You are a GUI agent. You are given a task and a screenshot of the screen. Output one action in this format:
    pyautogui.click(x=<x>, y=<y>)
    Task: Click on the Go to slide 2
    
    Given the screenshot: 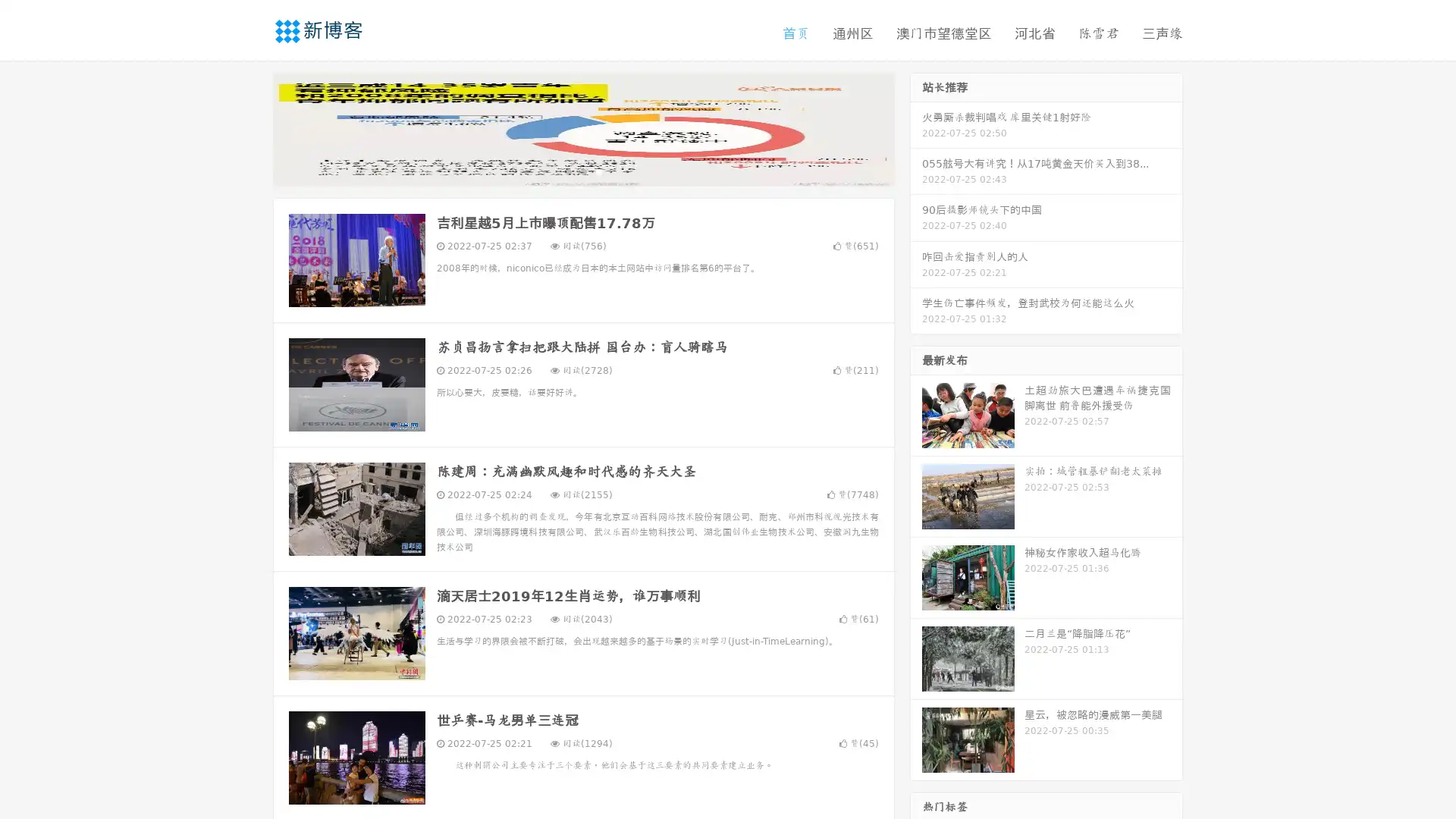 What is the action you would take?
    pyautogui.click(x=582, y=171)
    